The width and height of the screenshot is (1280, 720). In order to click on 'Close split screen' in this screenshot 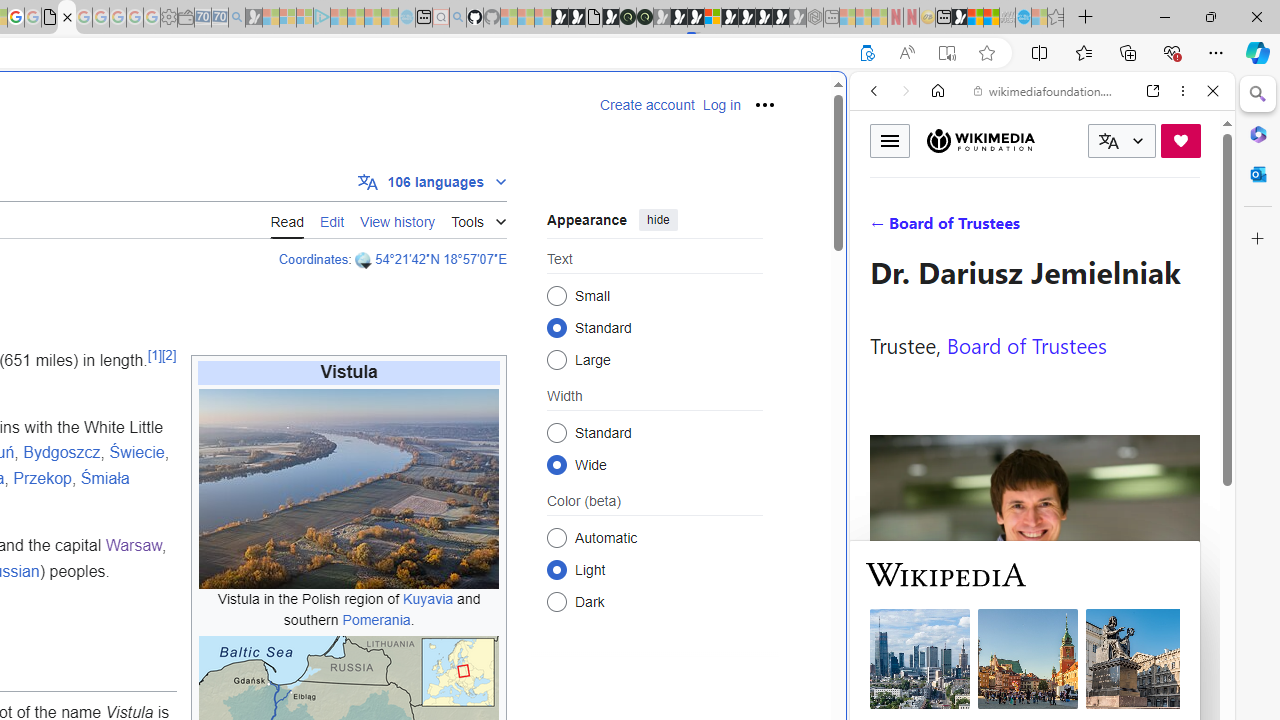, I will do `click(844, 102)`.